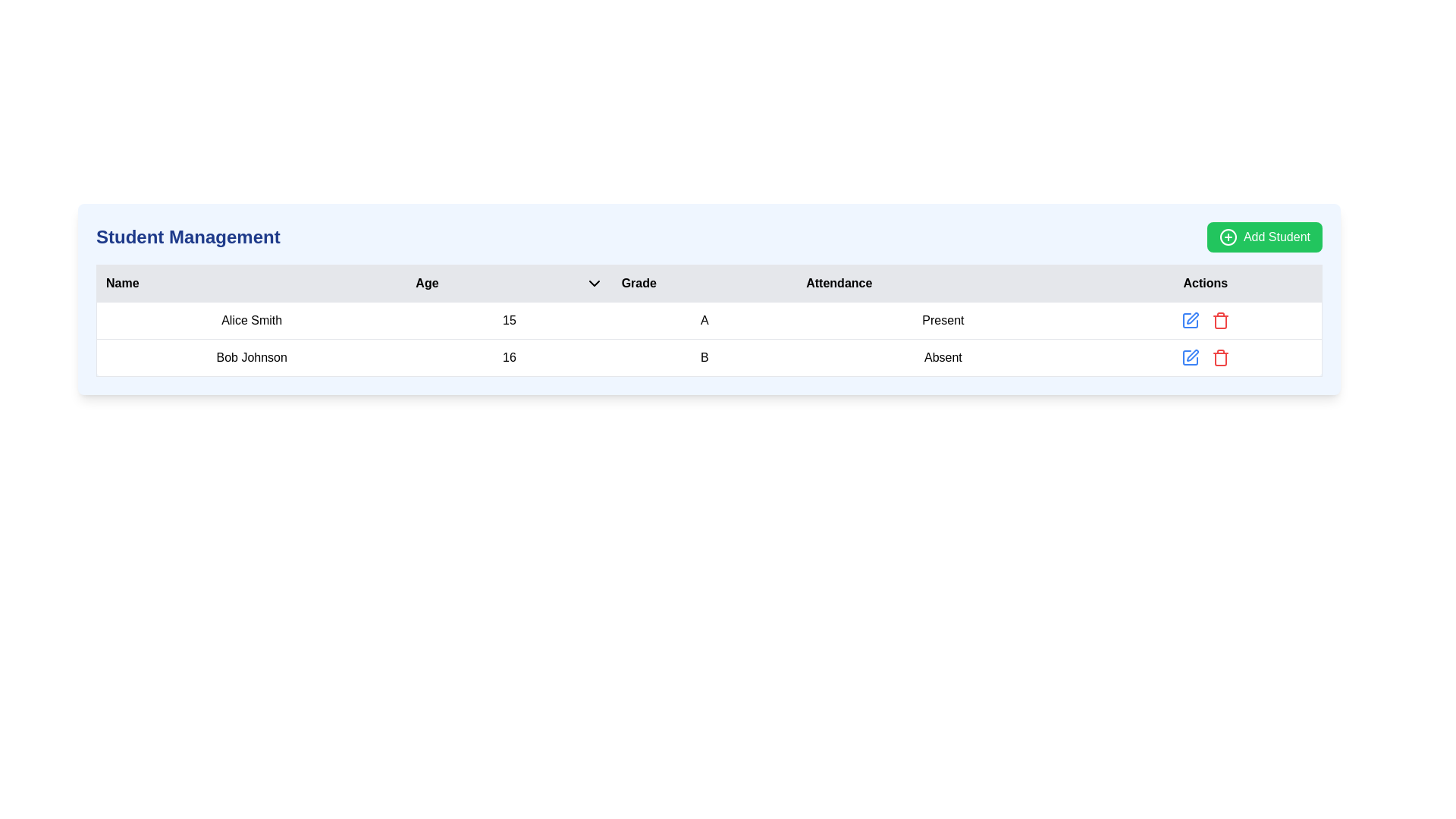  Describe the element at coordinates (510, 357) in the screenshot. I see `the static text label indicating the age of the student, Bob Johnson, located in the second row of the table under the 'Age' column` at that location.